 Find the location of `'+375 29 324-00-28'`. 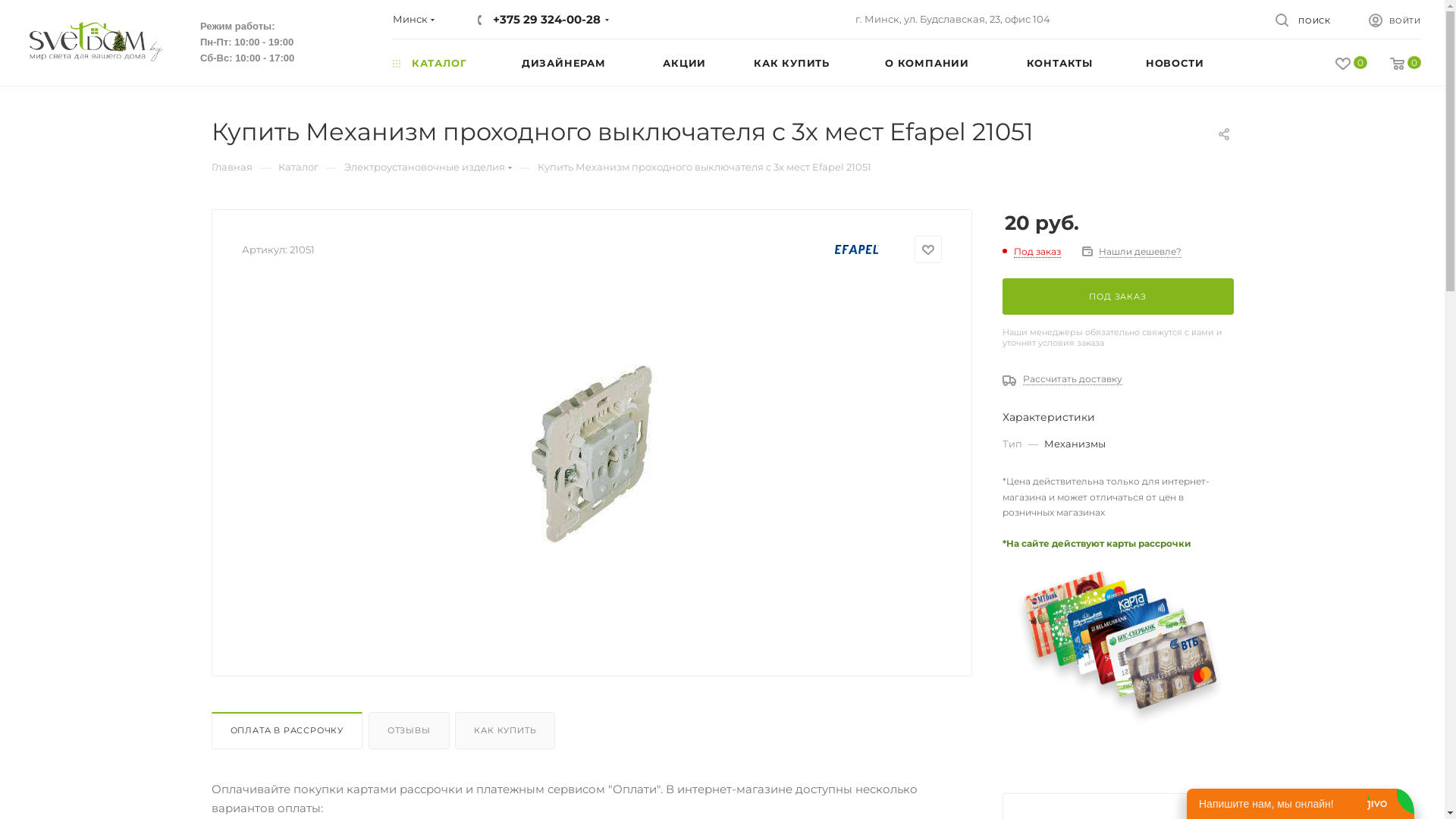

'+375 29 324-00-28' is located at coordinates (546, 19).